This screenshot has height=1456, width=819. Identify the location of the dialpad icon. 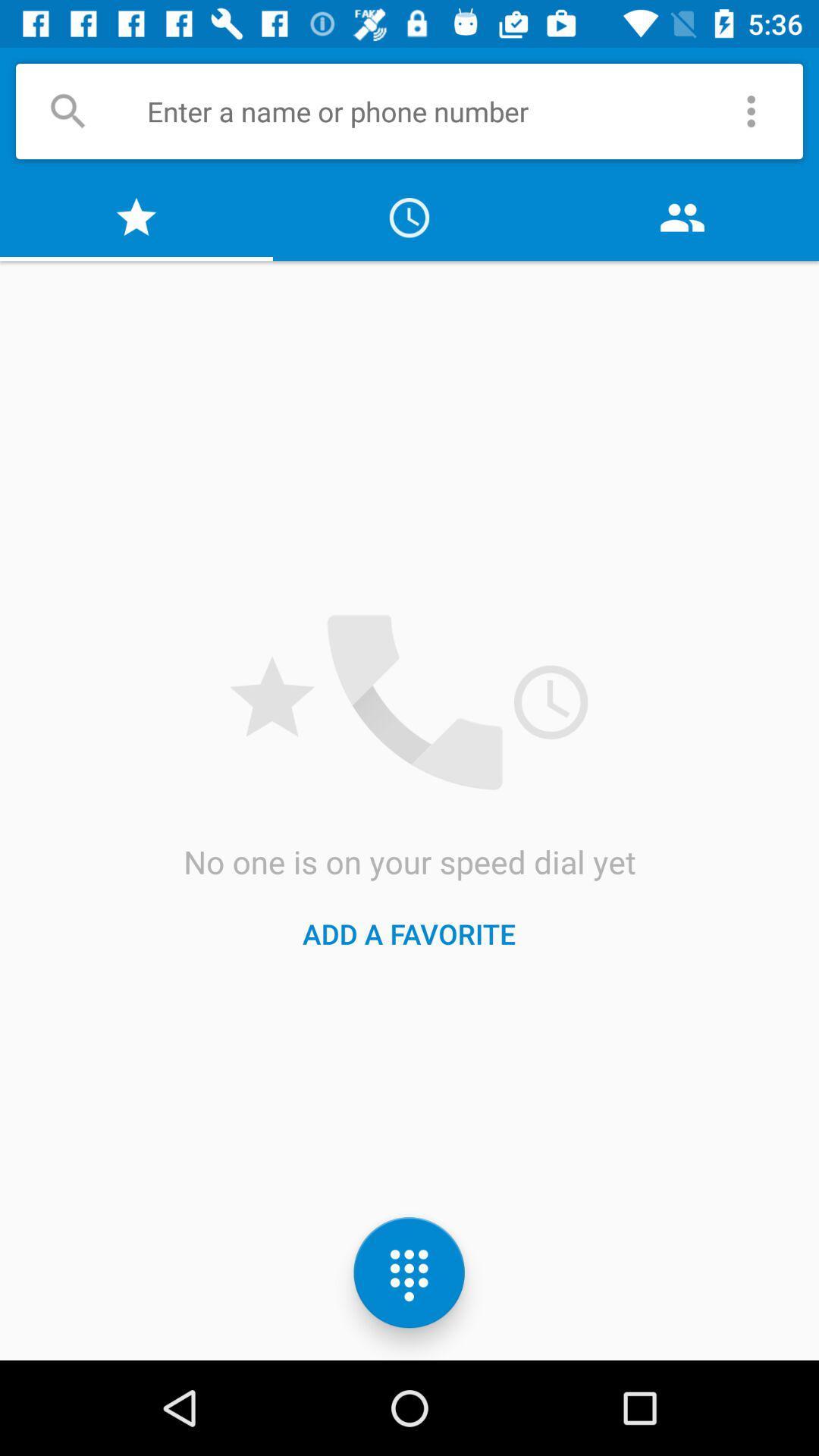
(409, 1272).